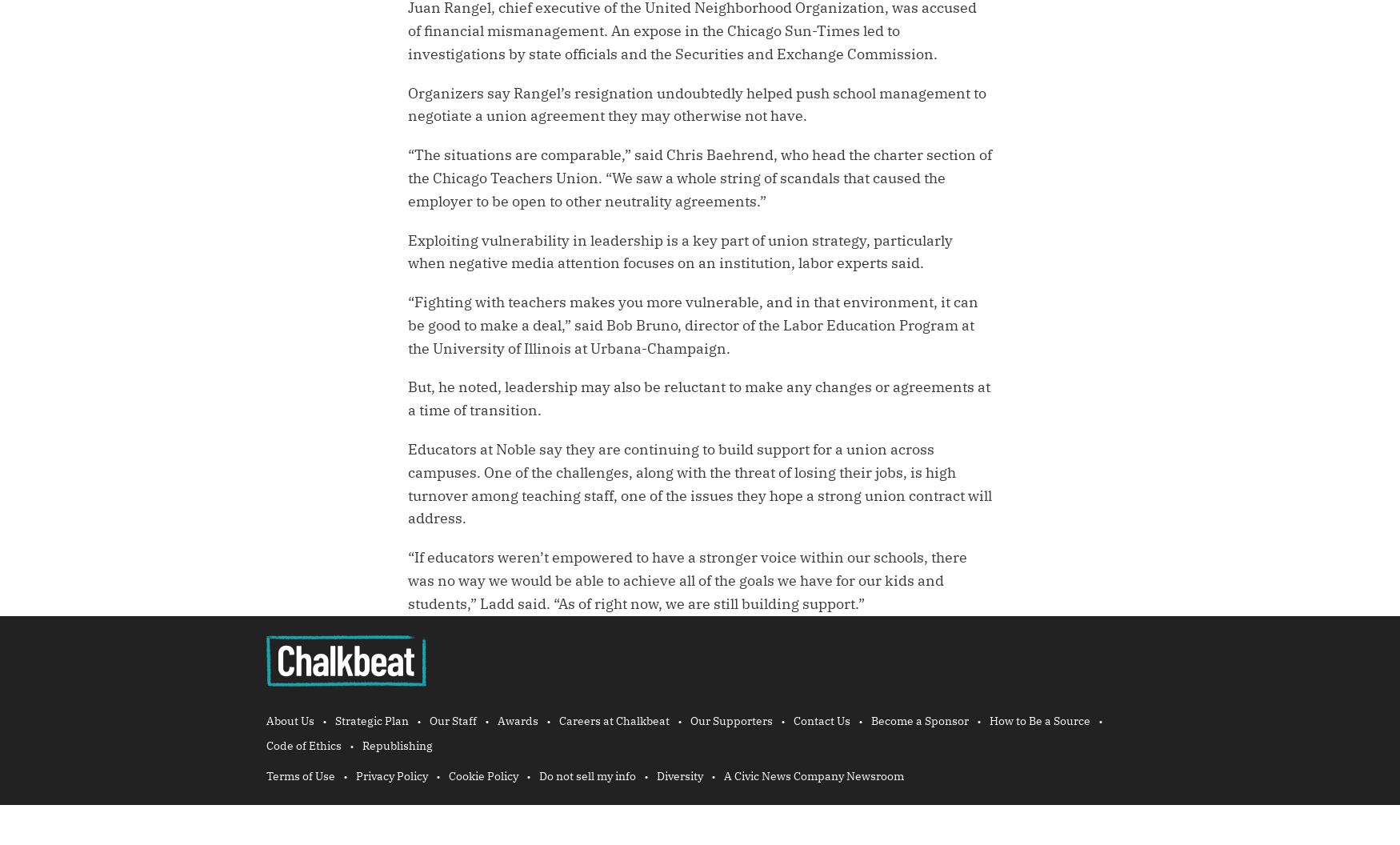 The image size is (1400, 845). What do you see at coordinates (821, 719) in the screenshot?
I see `'Contact Us'` at bounding box center [821, 719].